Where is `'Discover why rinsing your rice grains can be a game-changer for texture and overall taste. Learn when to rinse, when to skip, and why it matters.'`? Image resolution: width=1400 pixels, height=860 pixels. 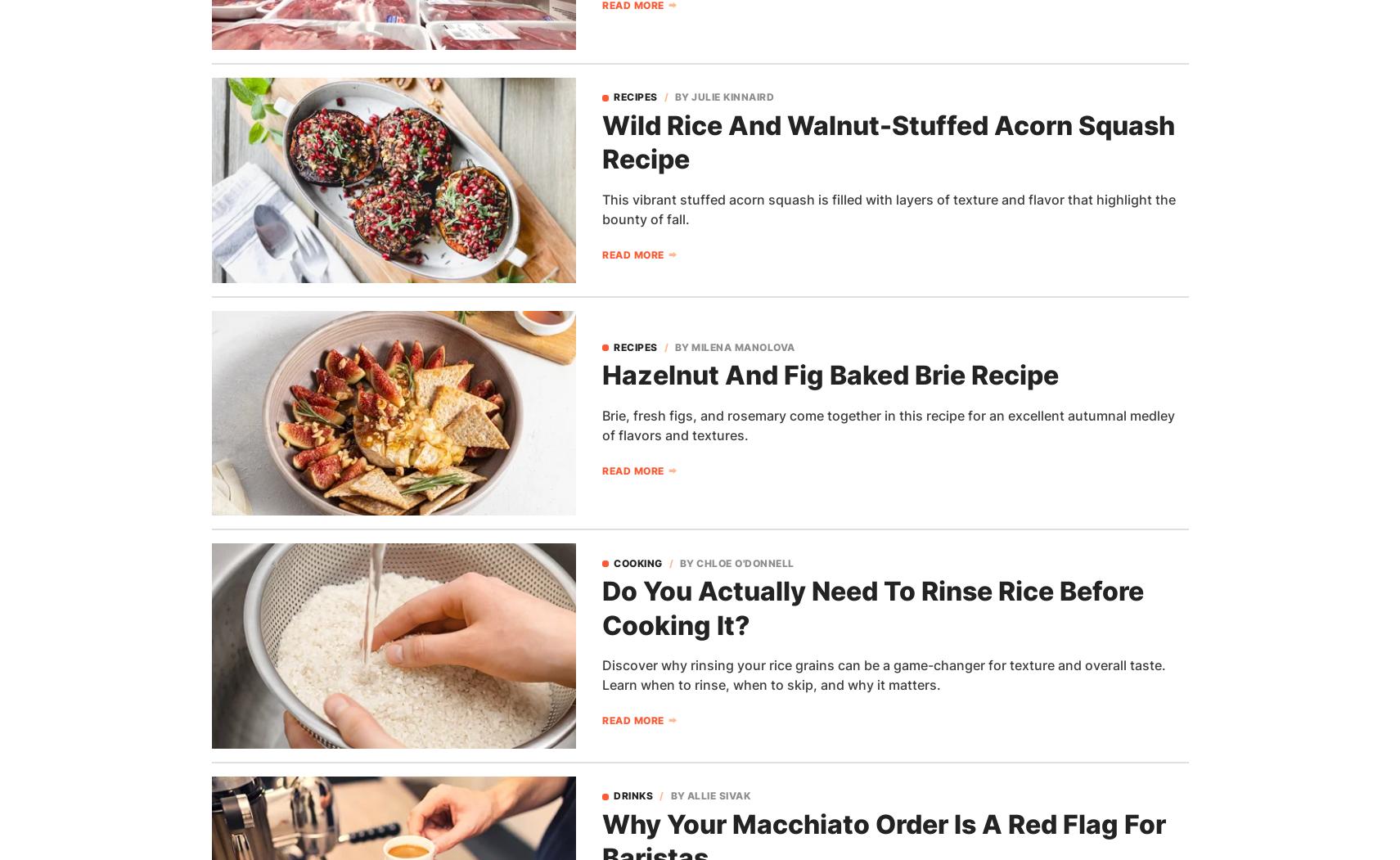 'Discover why rinsing your rice grains can be a game-changer for texture and overall taste. Learn when to rinse, when to skip, and why it matters.' is located at coordinates (884, 675).